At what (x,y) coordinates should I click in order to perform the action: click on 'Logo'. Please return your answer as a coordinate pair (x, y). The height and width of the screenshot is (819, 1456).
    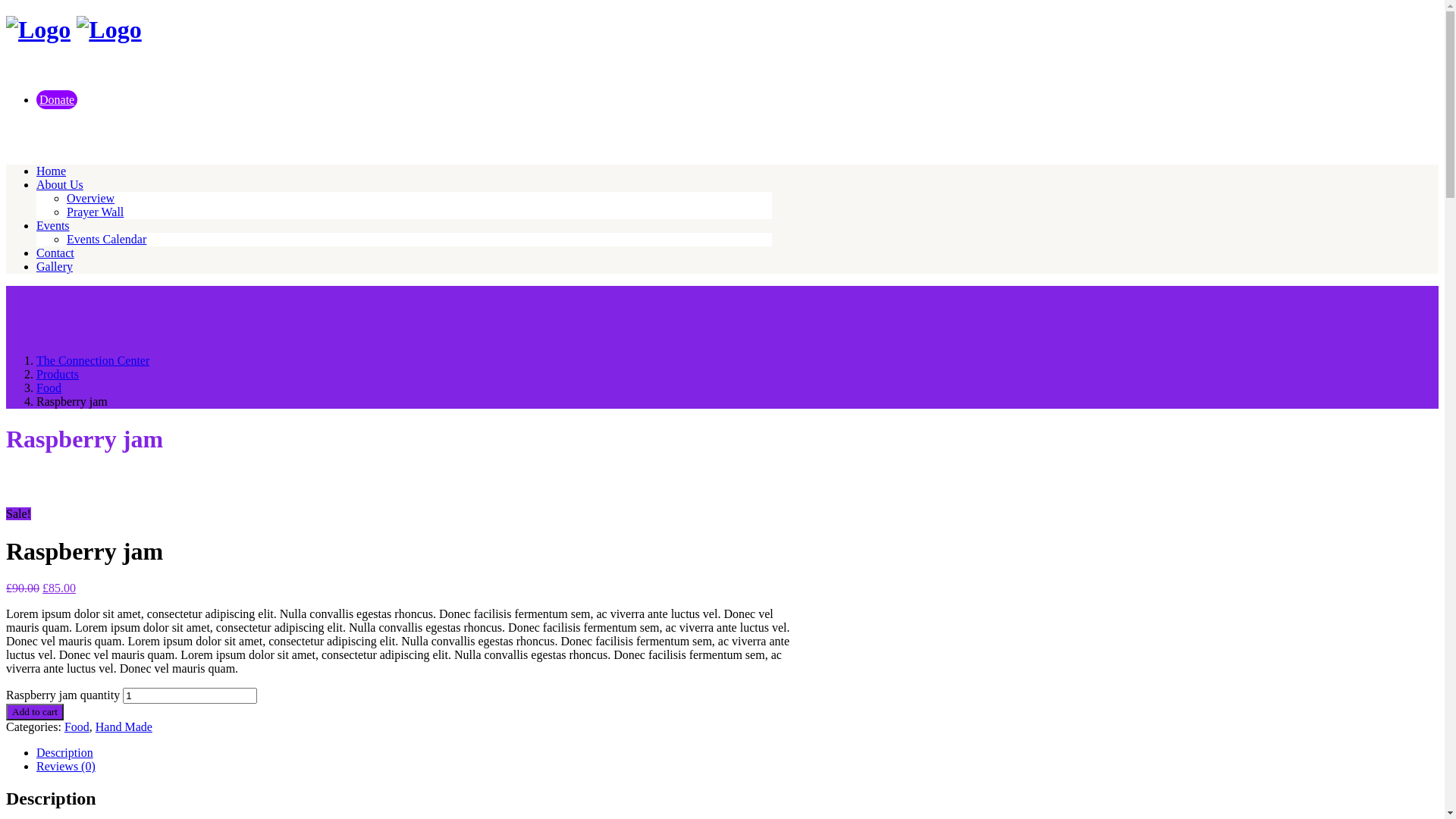
    Looking at the image, I should click on (108, 29).